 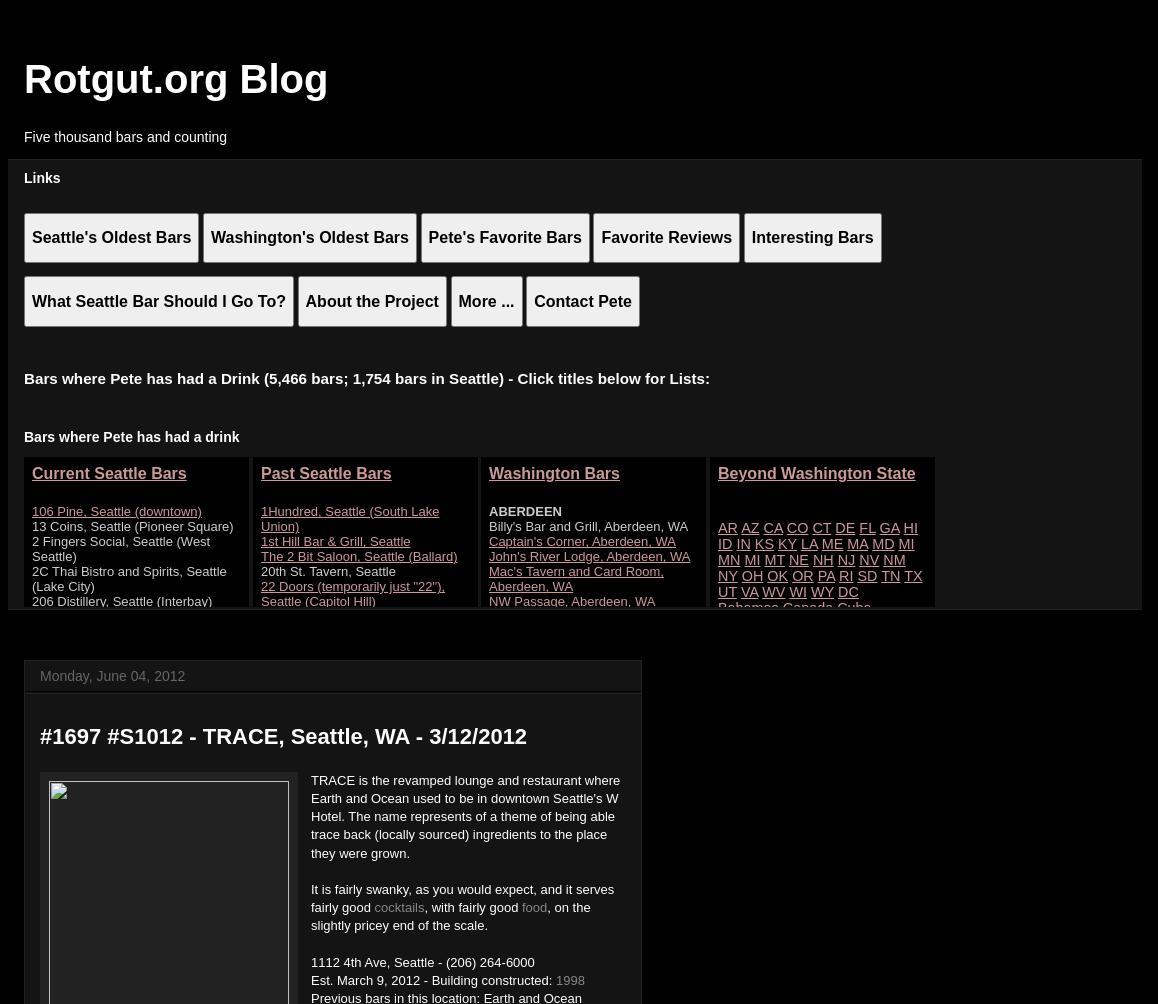 I want to click on 'Pete's Favorite Bars', so click(x=427, y=236).